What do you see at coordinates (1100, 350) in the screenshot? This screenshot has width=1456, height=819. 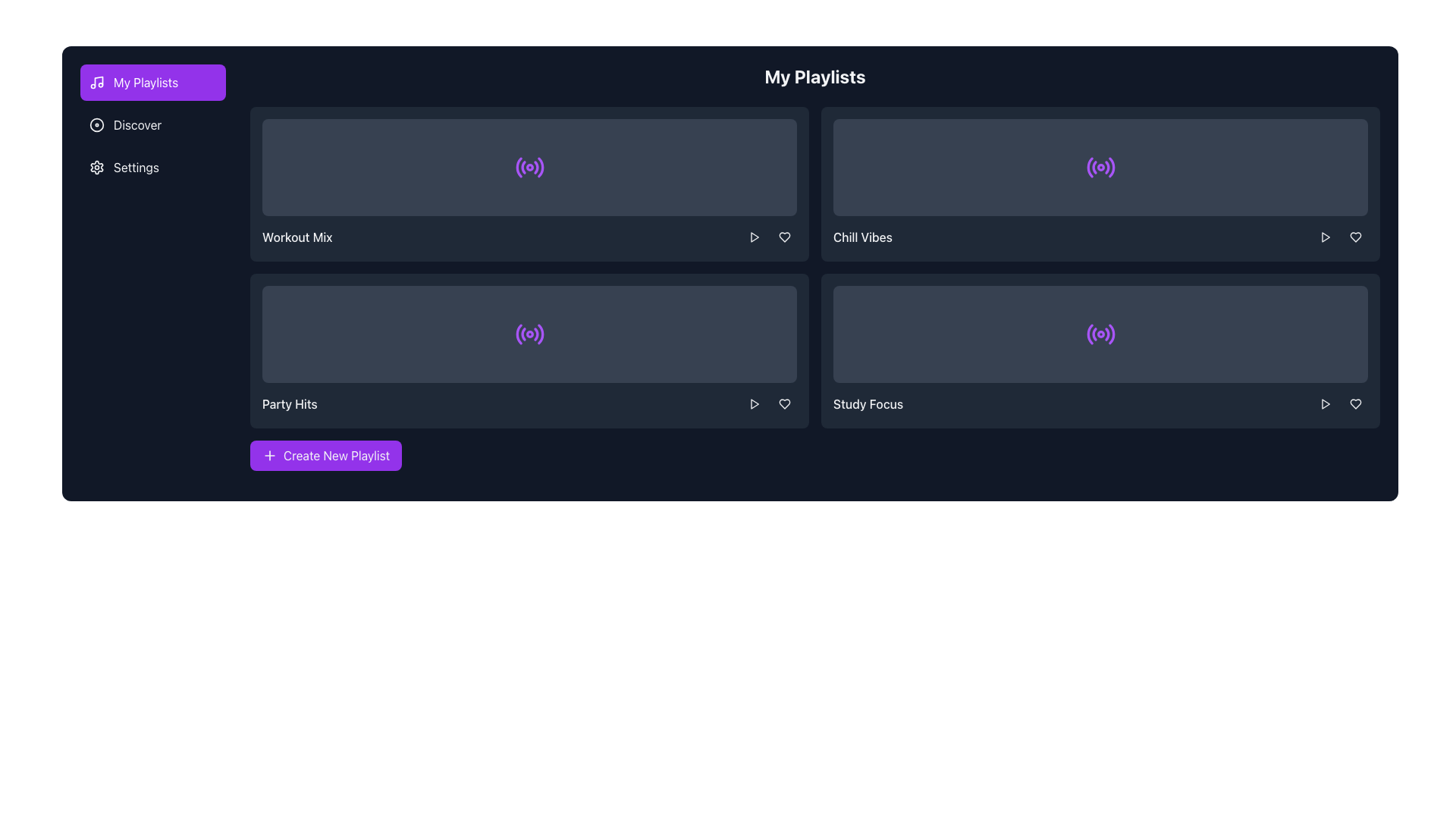 I see `the playlist card located` at bounding box center [1100, 350].